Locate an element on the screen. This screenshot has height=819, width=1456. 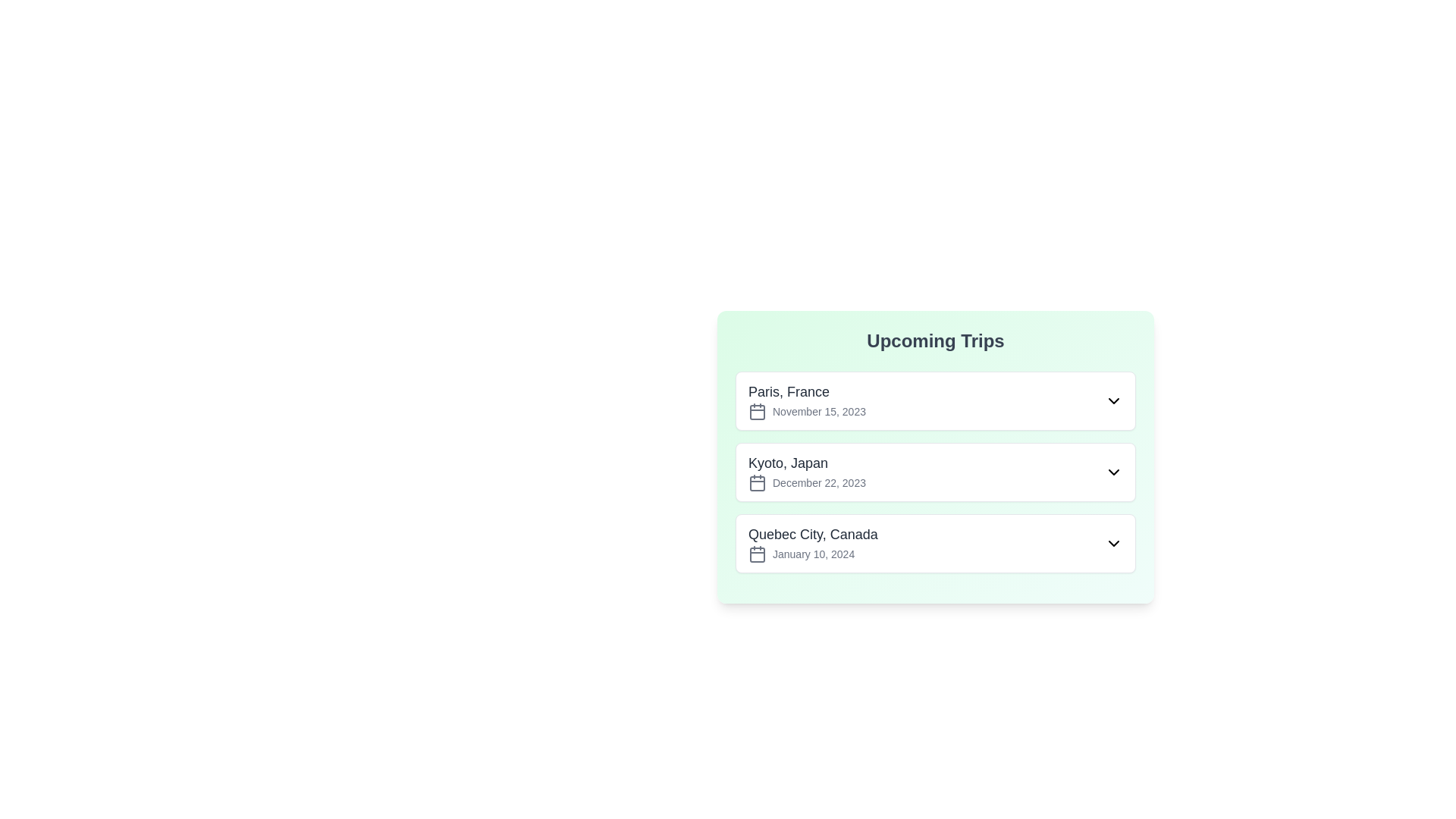
the upcoming trip button representing the trip item located between 'Paris, France' and 'Quebec City, Canada' is located at coordinates (934, 472).